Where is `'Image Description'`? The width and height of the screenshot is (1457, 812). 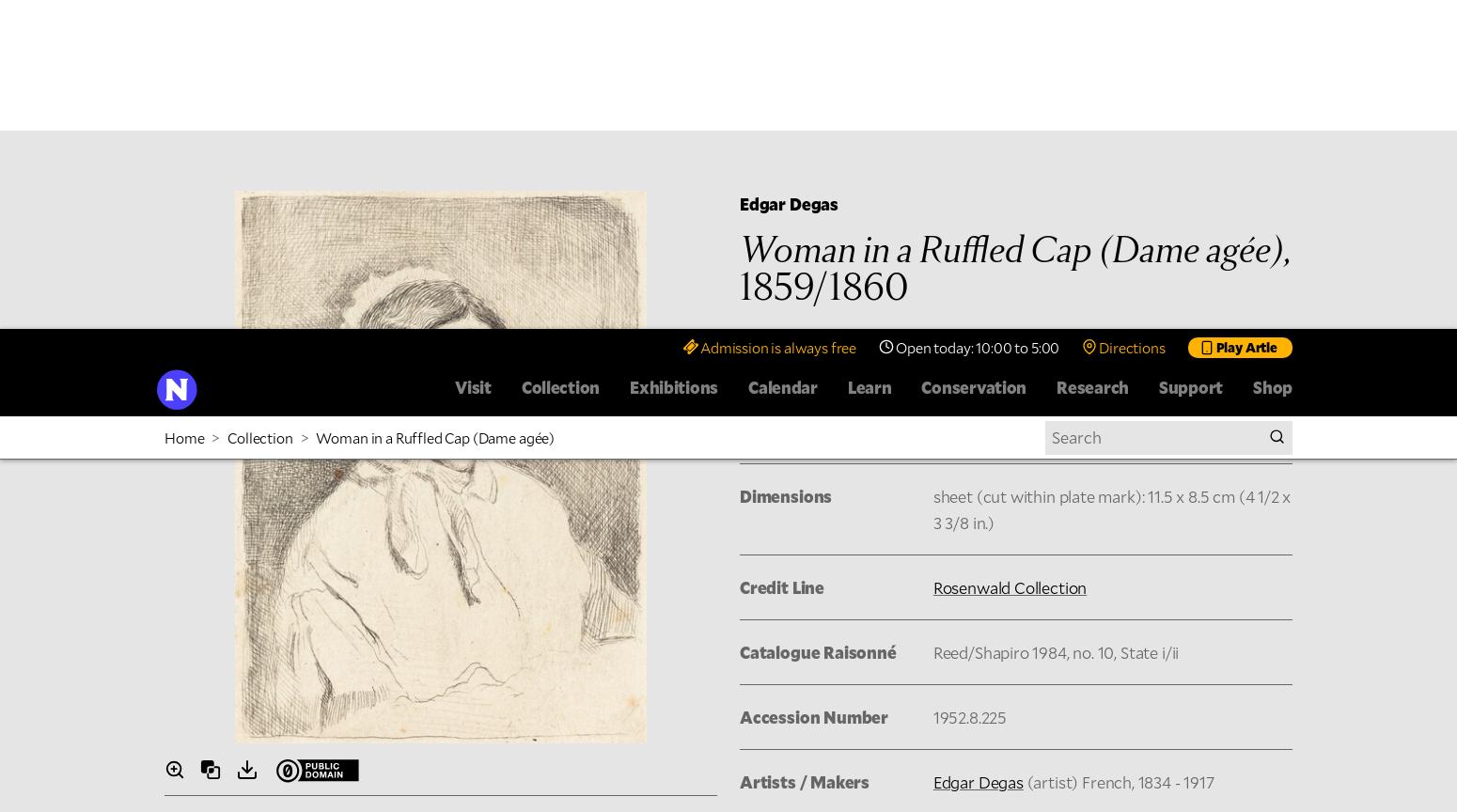
'Image Description' is located at coordinates (171, 285).